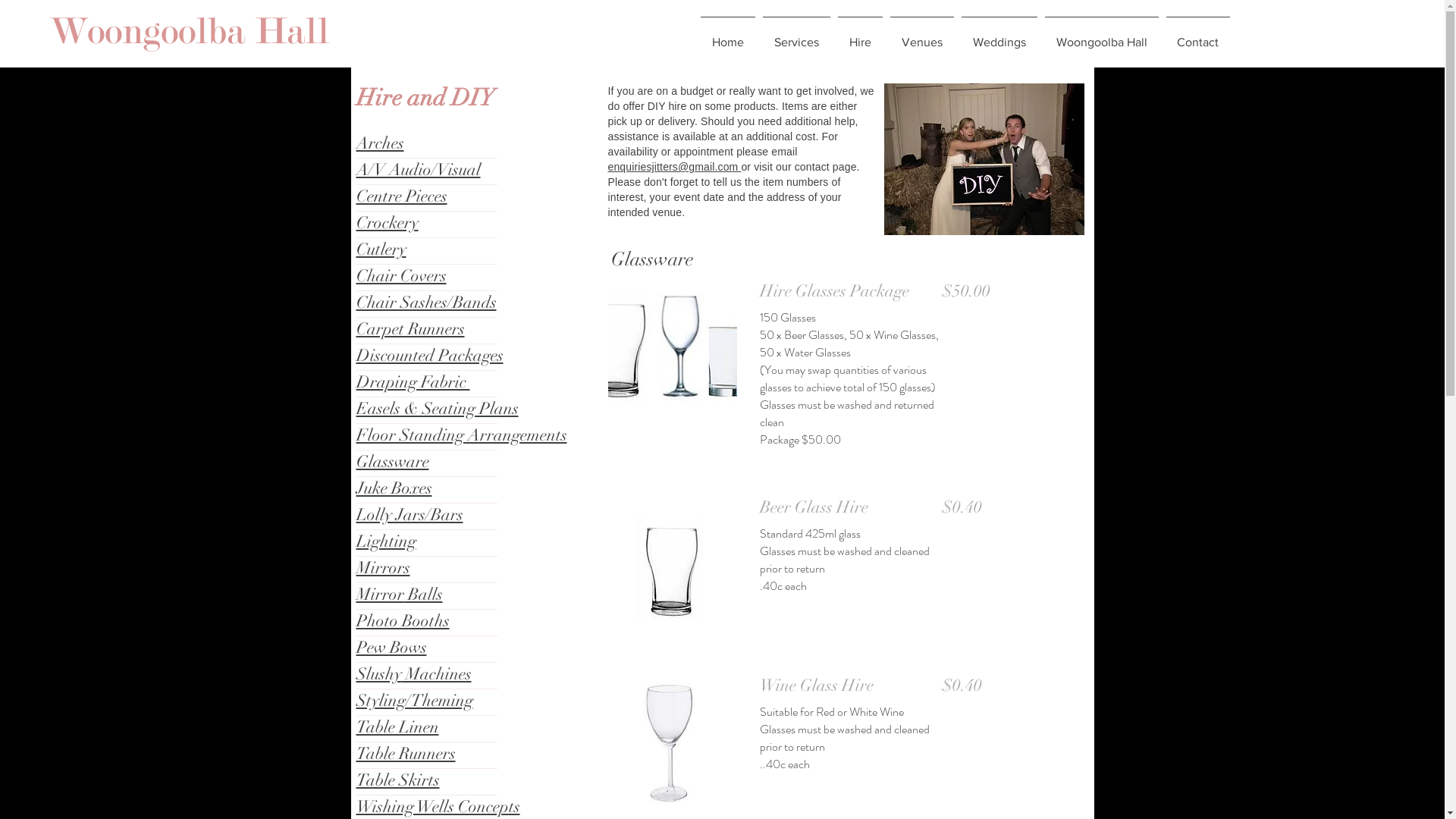  I want to click on 'Juke Boxes', so click(394, 488).